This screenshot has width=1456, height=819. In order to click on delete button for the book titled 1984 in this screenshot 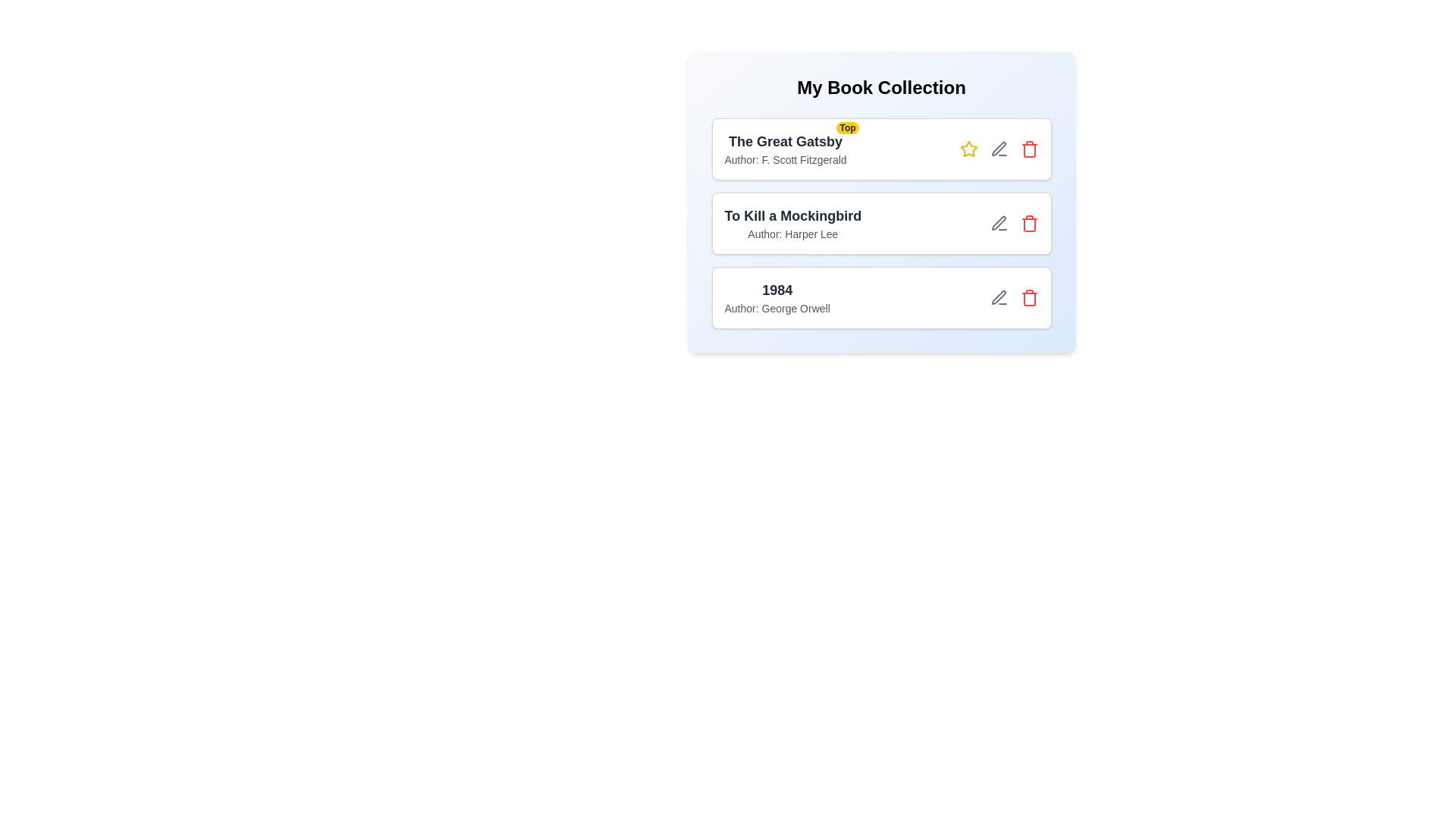, I will do `click(1029, 298)`.